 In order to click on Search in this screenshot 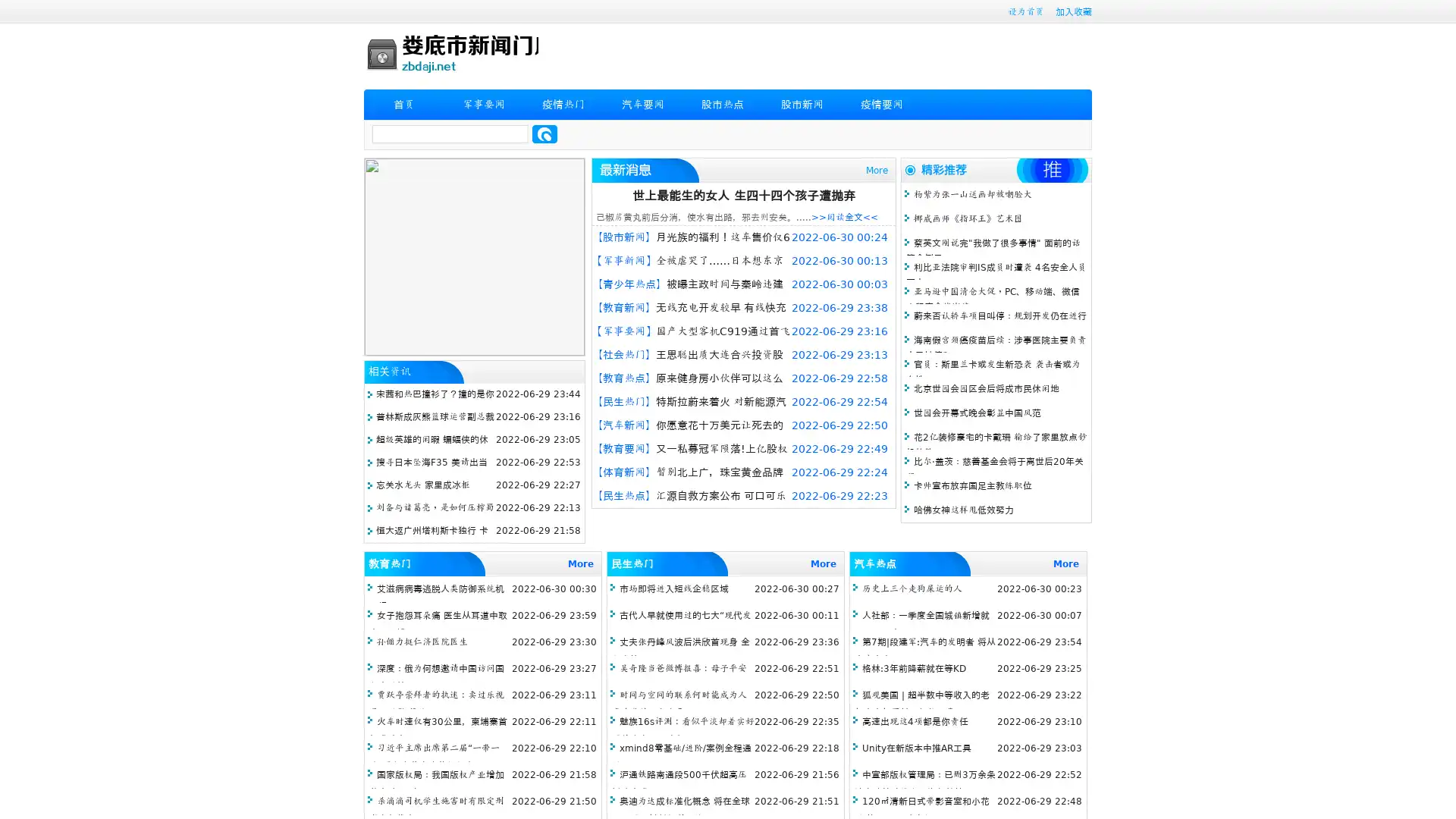, I will do `click(544, 133)`.